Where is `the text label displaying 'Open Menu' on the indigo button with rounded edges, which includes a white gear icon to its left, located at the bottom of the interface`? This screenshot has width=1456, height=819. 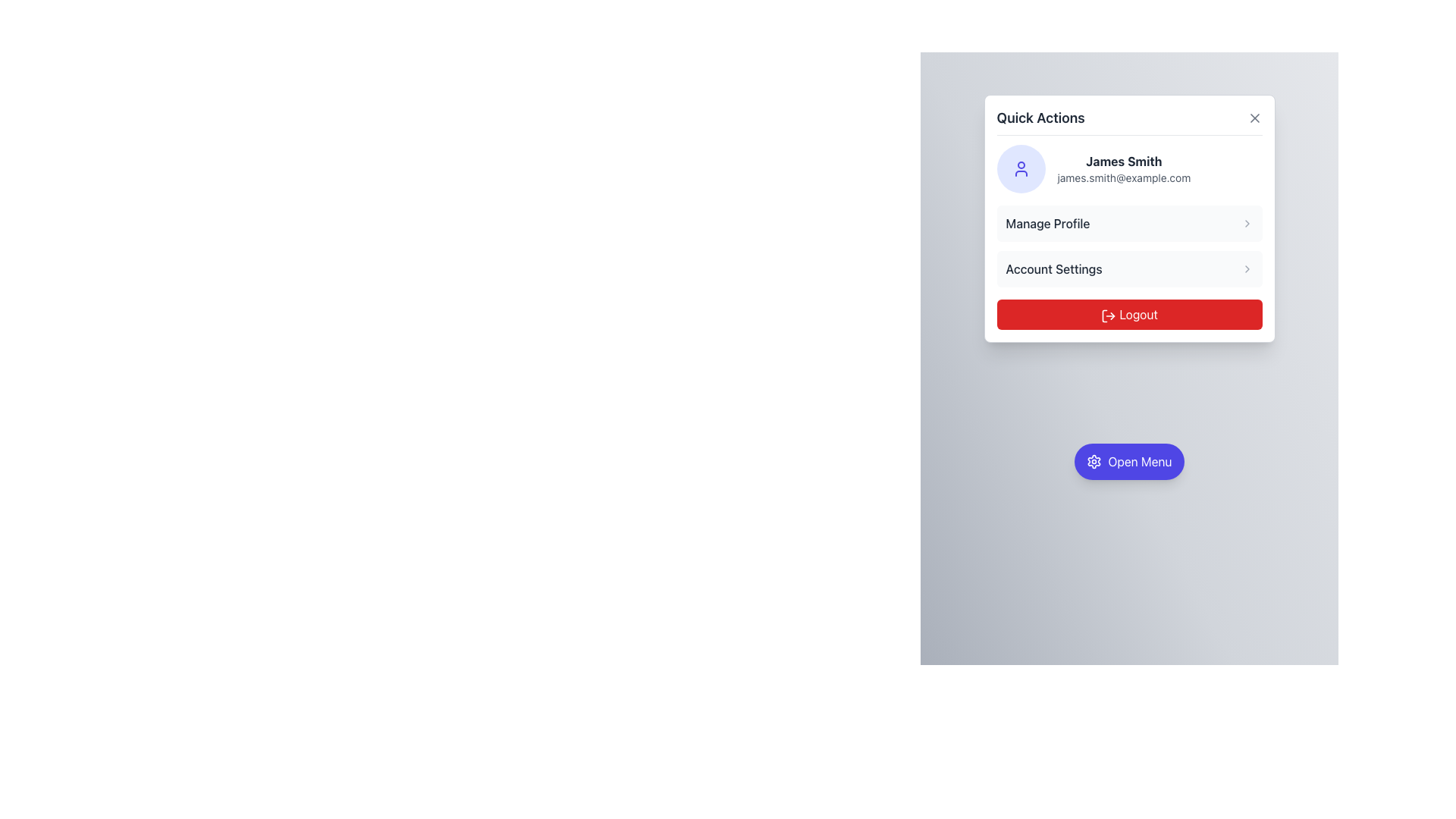
the text label displaying 'Open Menu' on the indigo button with rounded edges, which includes a white gear icon to its left, located at the bottom of the interface is located at coordinates (1140, 461).